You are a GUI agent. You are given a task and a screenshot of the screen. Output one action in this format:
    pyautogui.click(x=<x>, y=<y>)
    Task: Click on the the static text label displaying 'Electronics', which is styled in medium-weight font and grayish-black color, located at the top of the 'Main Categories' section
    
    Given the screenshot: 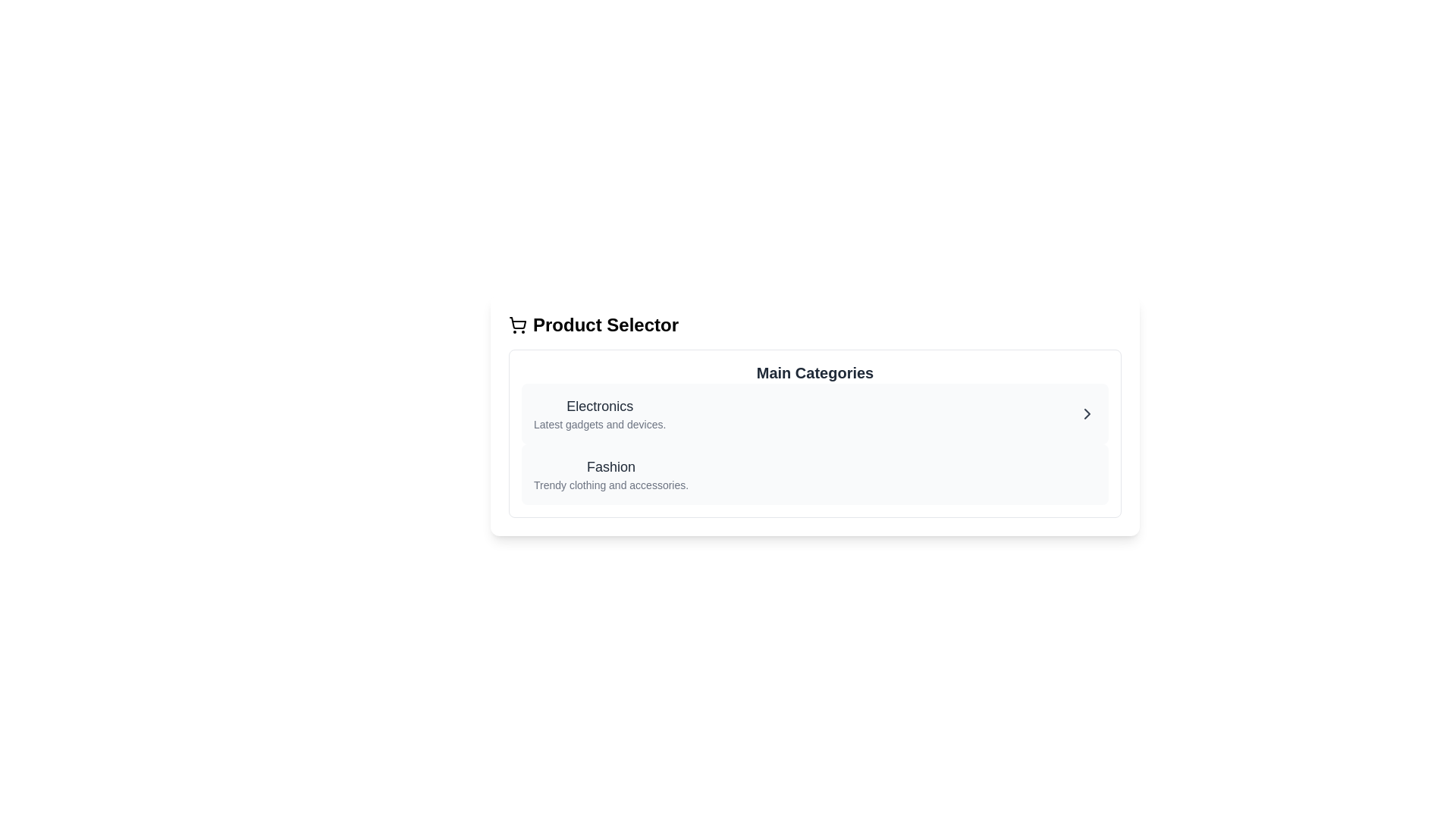 What is the action you would take?
    pyautogui.click(x=599, y=406)
    